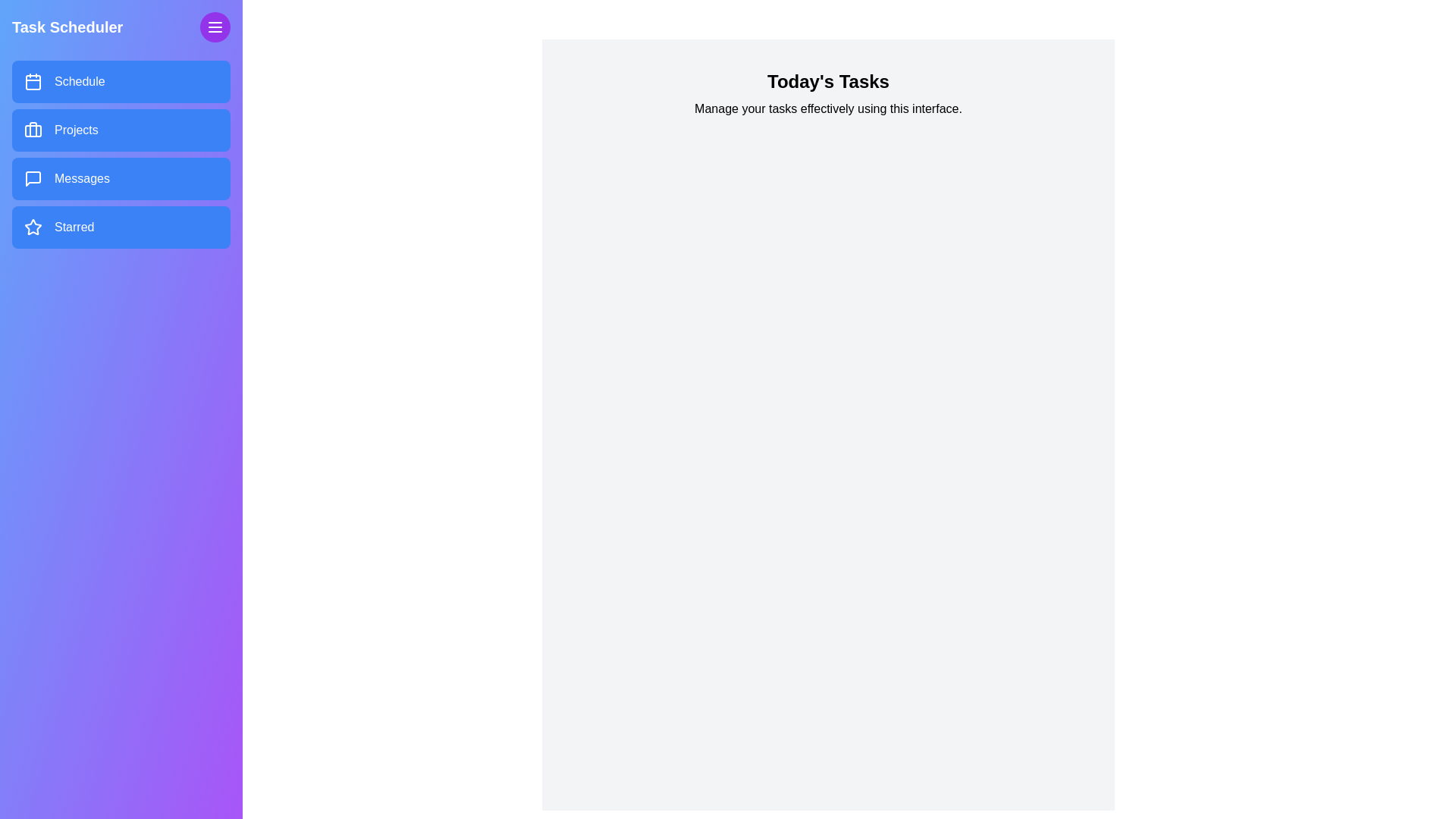 The width and height of the screenshot is (1456, 819). I want to click on the menu item labeled Projects, so click(120, 130).